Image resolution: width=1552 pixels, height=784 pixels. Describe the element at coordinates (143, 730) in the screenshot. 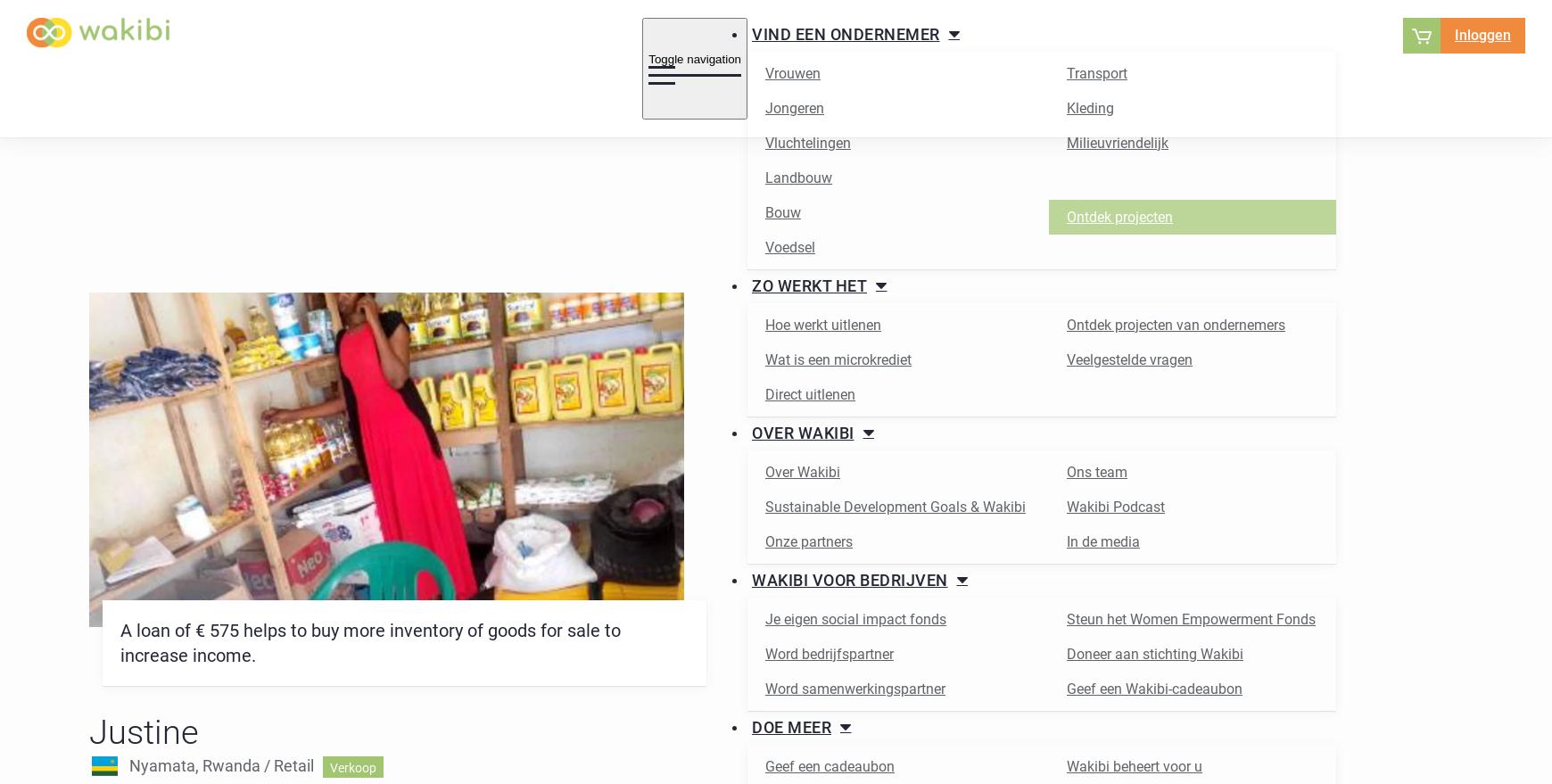

I see `'Justine'` at that location.